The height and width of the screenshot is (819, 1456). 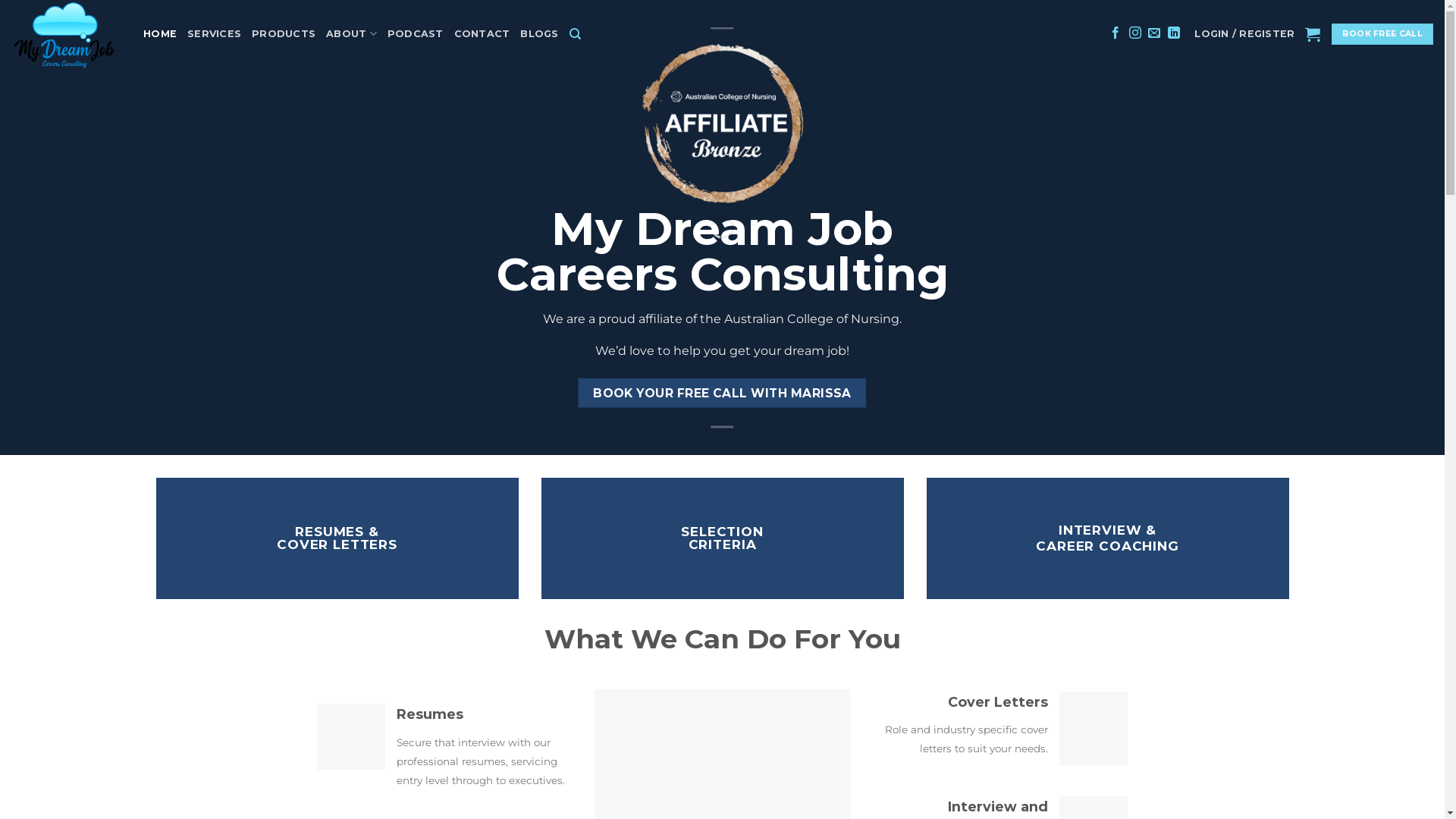 What do you see at coordinates (415, 34) in the screenshot?
I see `'PODCAST'` at bounding box center [415, 34].